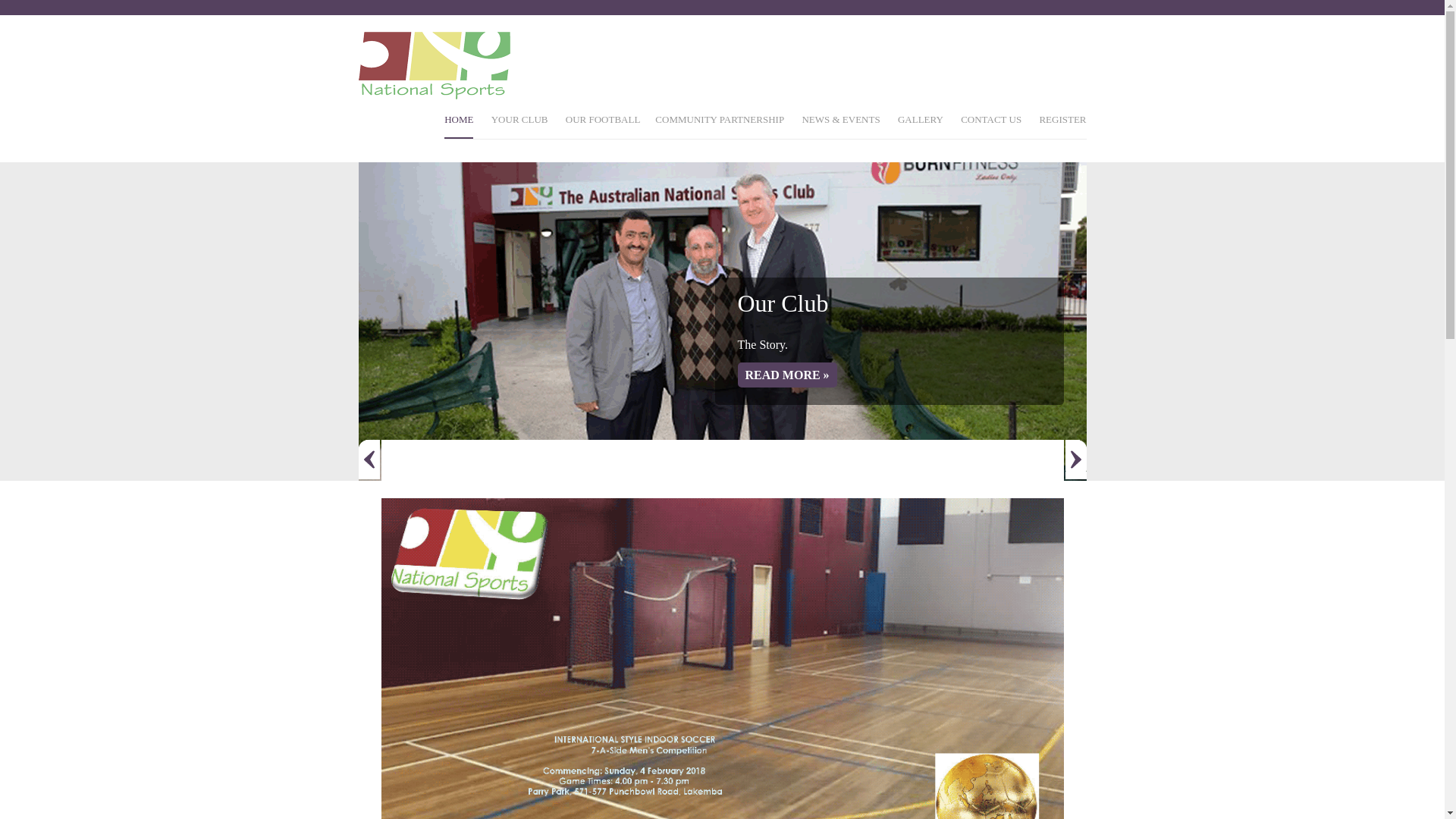 This screenshot has width=1456, height=819. I want to click on 'NEWS & EVENTS', so click(839, 125).